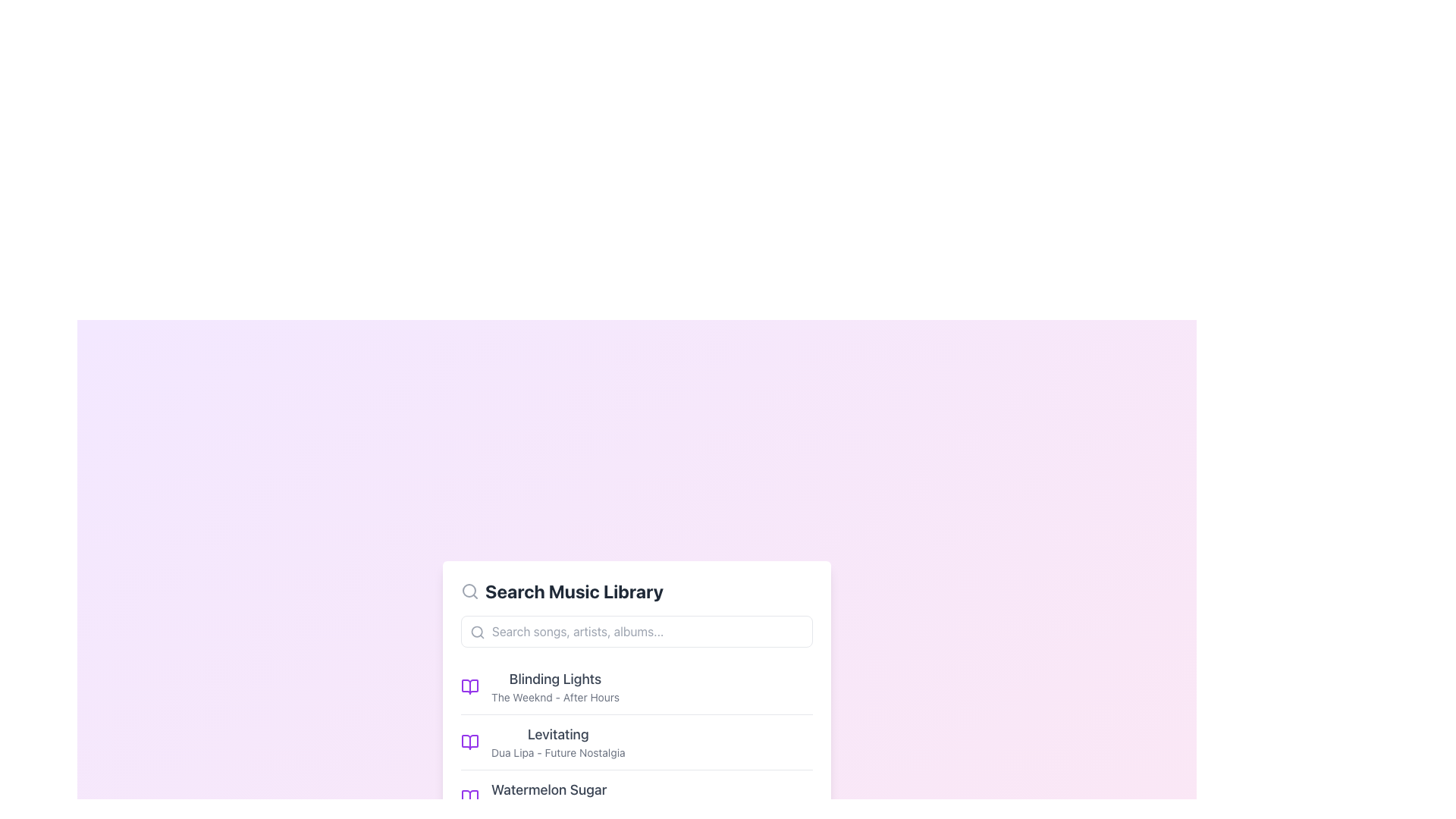 The height and width of the screenshot is (819, 1456). I want to click on the search icon located at the top-left corner of the 'Search Music Library' section, immediately to the left of the bold title 'Search Music Library', so click(469, 590).